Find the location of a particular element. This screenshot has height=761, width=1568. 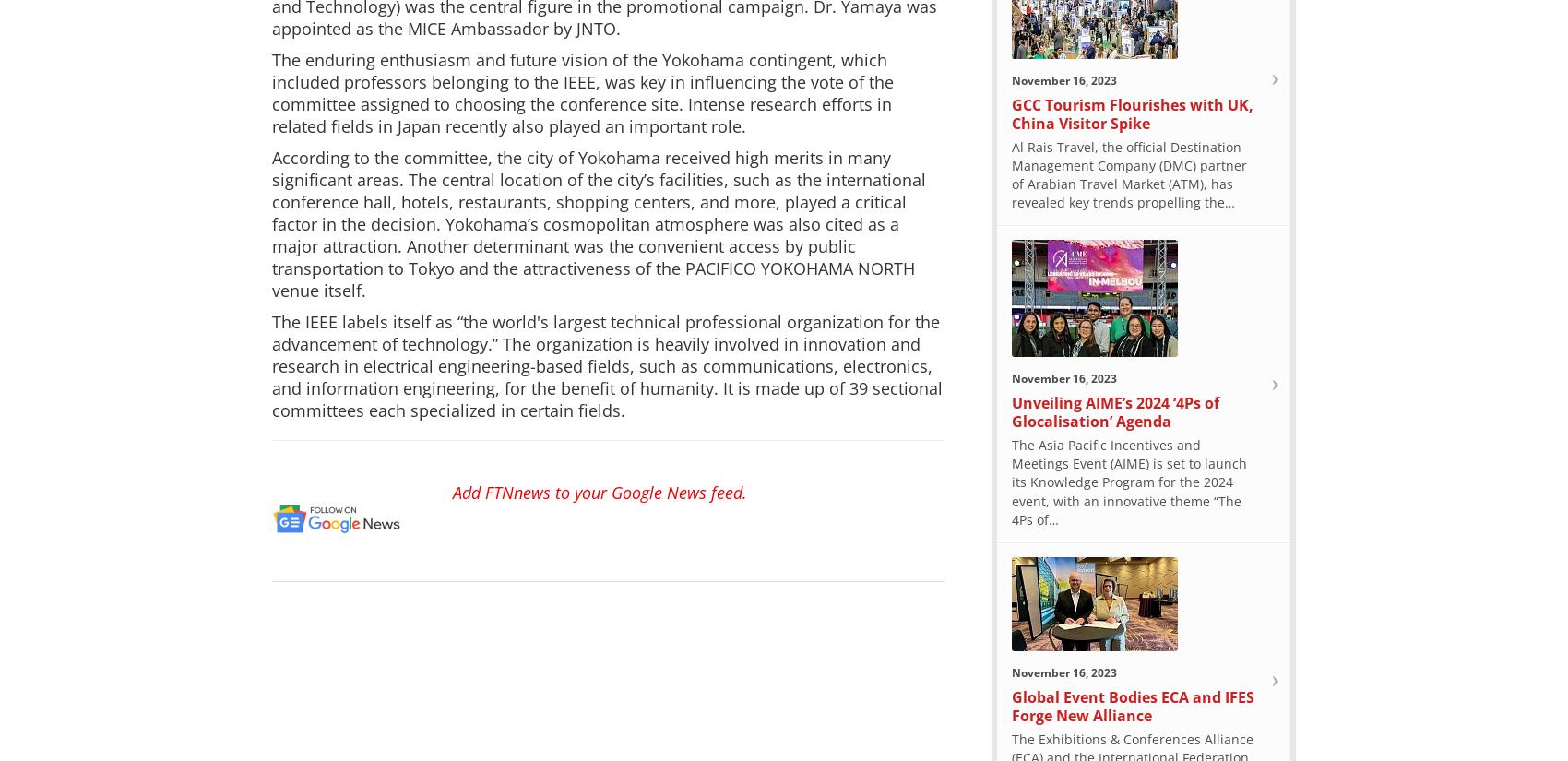

'Al Rais Travel, the official Destination Management Company (DMC) partner of Arabian Travel Market (ATM), has revealed key trends propelling the…' is located at coordinates (1012, 173).